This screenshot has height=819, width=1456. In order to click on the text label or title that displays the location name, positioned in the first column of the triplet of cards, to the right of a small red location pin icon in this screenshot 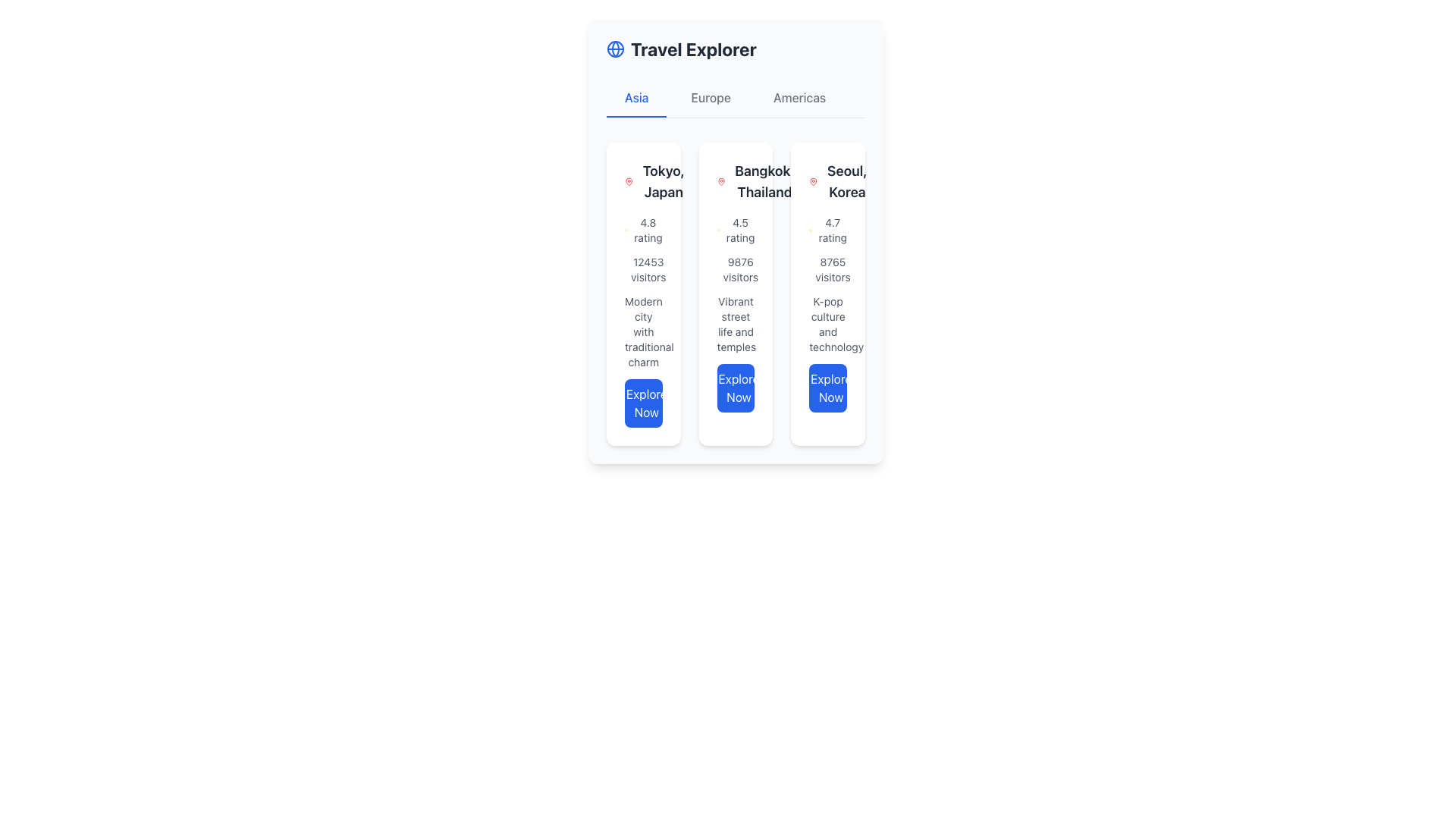, I will do `click(664, 180)`.